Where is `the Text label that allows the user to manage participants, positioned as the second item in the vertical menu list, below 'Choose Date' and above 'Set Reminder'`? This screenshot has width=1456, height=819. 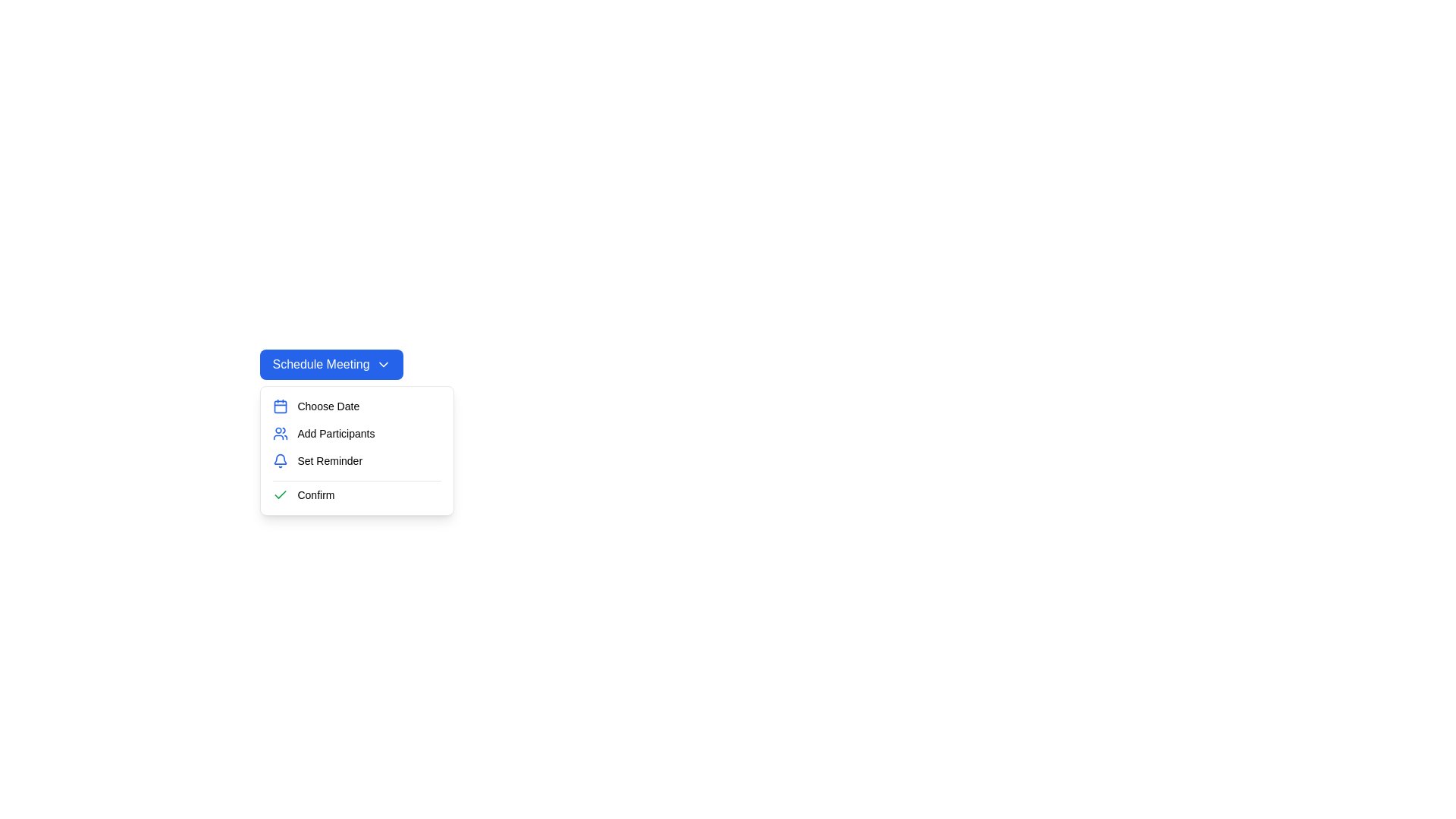 the Text label that allows the user to manage participants, positioned as the second item in the vertical menu list, below 'Choose Date' and above 'Set Reminder' is located at coordinates (335, 433).